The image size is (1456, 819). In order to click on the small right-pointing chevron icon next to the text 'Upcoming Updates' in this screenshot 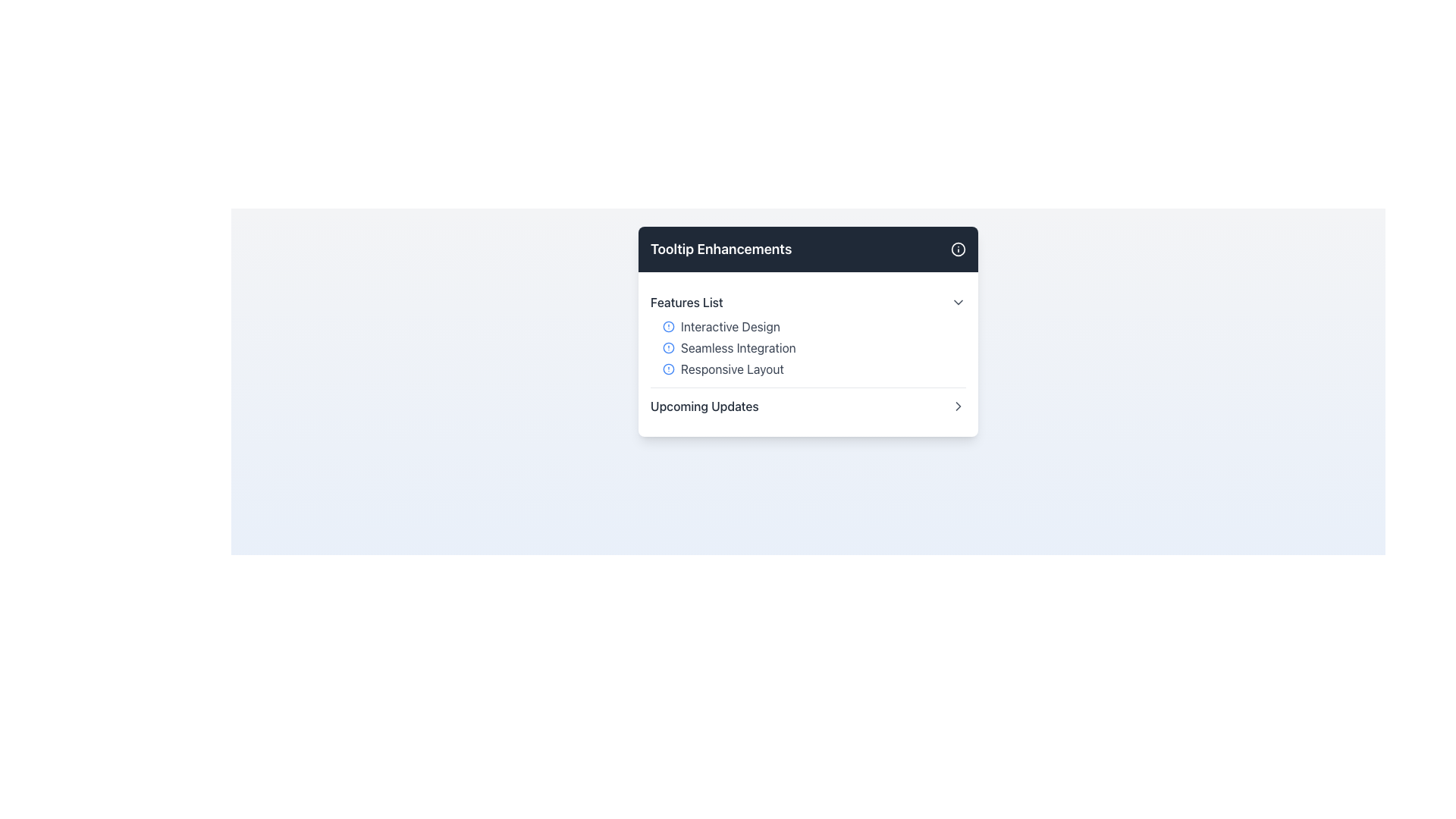, I will do `click(957, 406)`.